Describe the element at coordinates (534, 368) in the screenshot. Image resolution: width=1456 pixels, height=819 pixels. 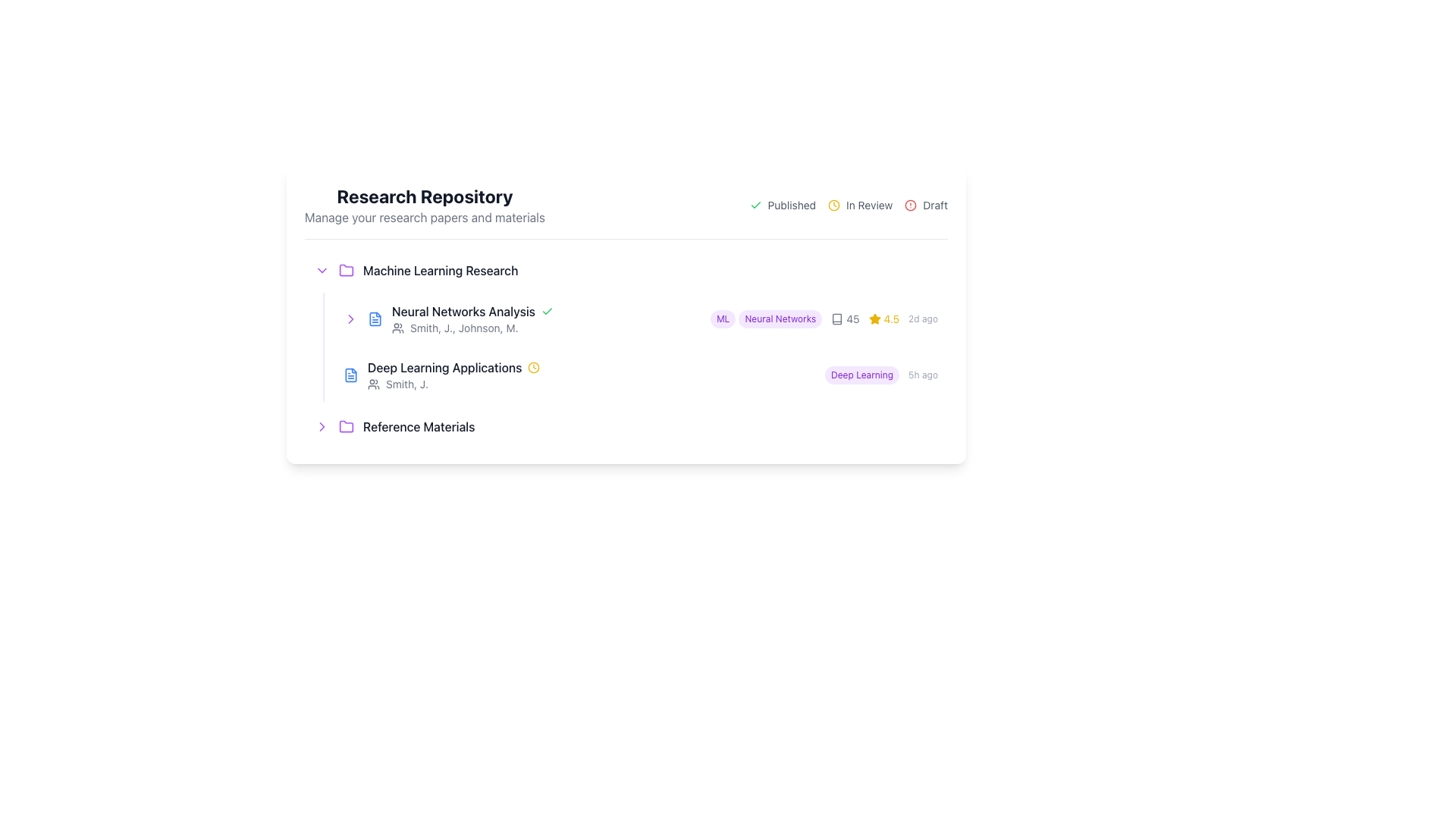
I see `the small yellow clock icon located to the right of the text 'Deep Learning Applications'` at that location.